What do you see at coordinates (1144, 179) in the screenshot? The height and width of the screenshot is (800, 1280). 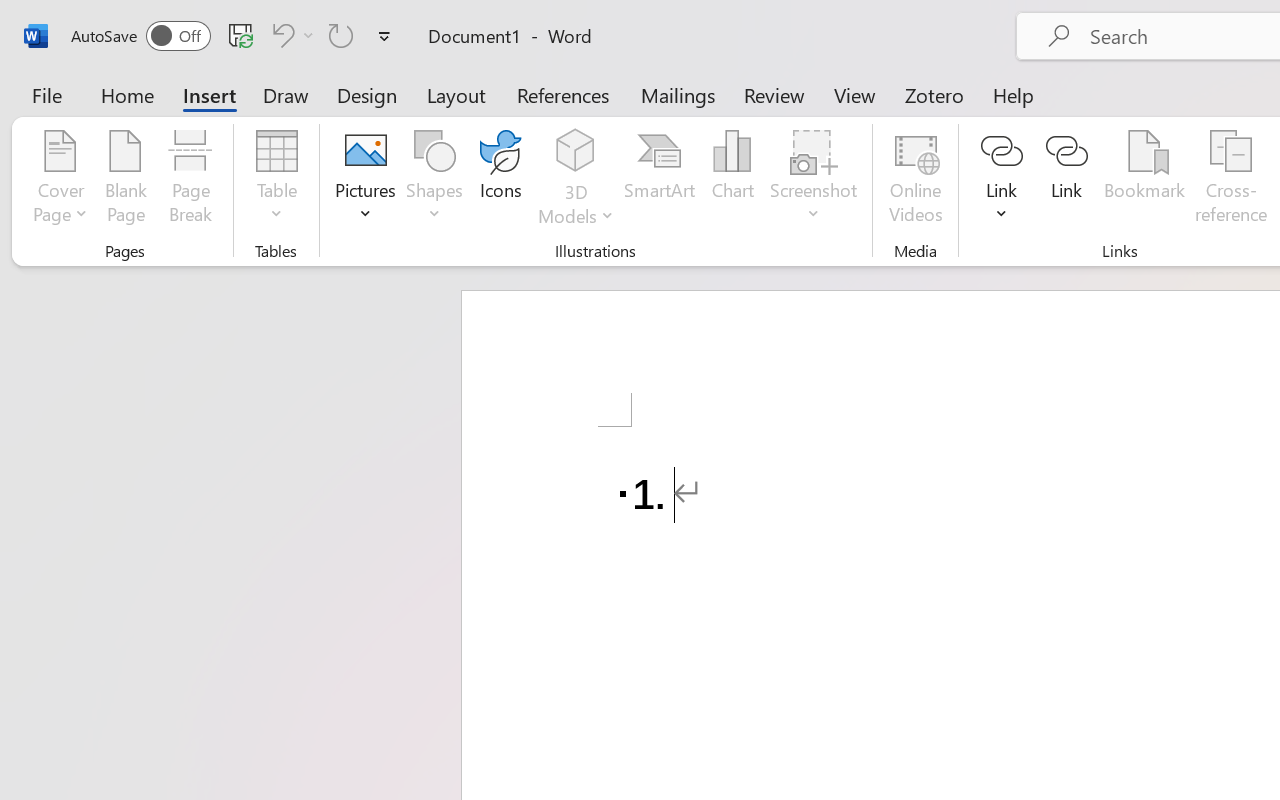 I see `'Bookmark...'` at bounding box center [1144, 179].